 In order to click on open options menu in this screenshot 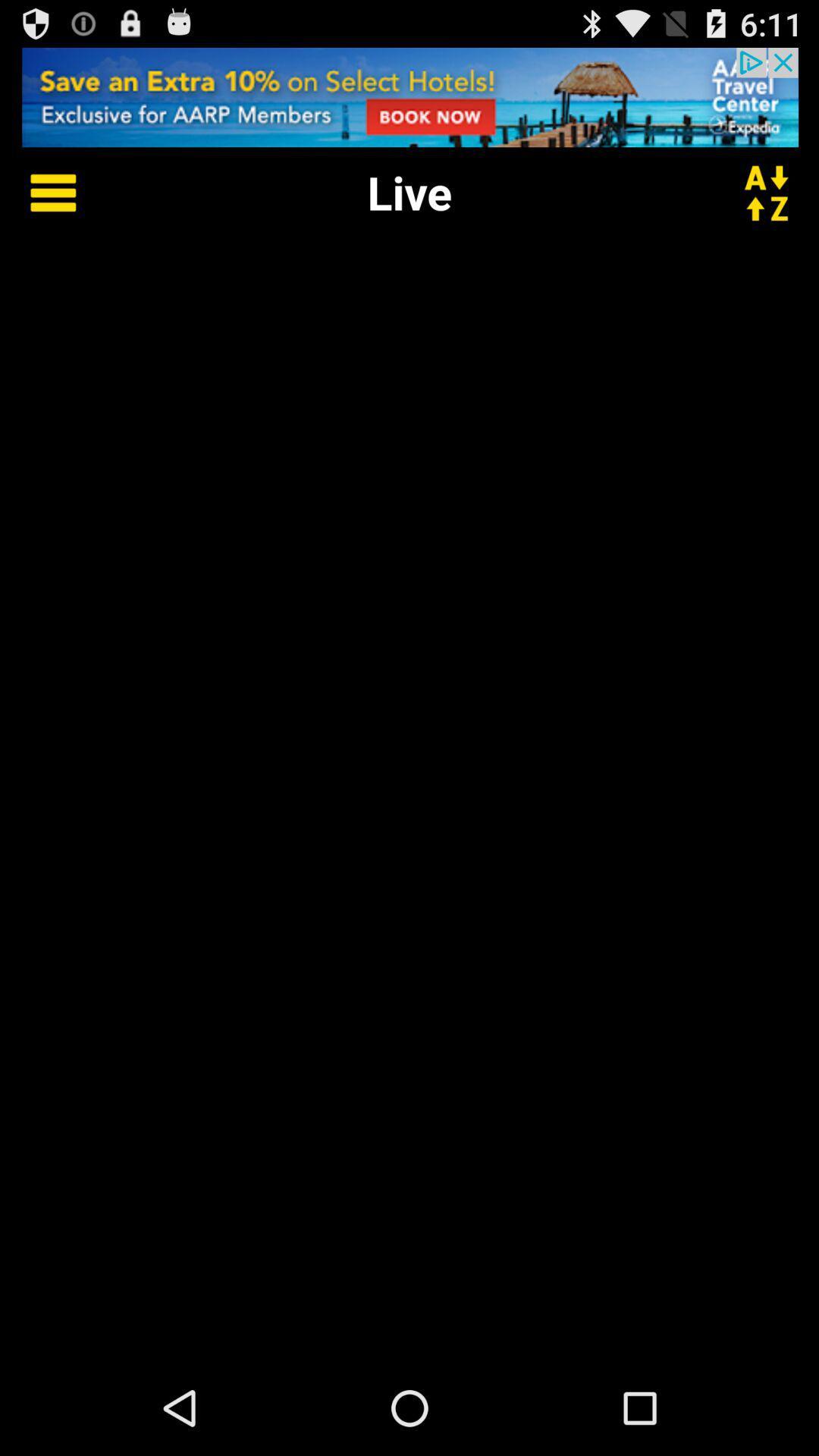, I will do `click(42, 191)`.